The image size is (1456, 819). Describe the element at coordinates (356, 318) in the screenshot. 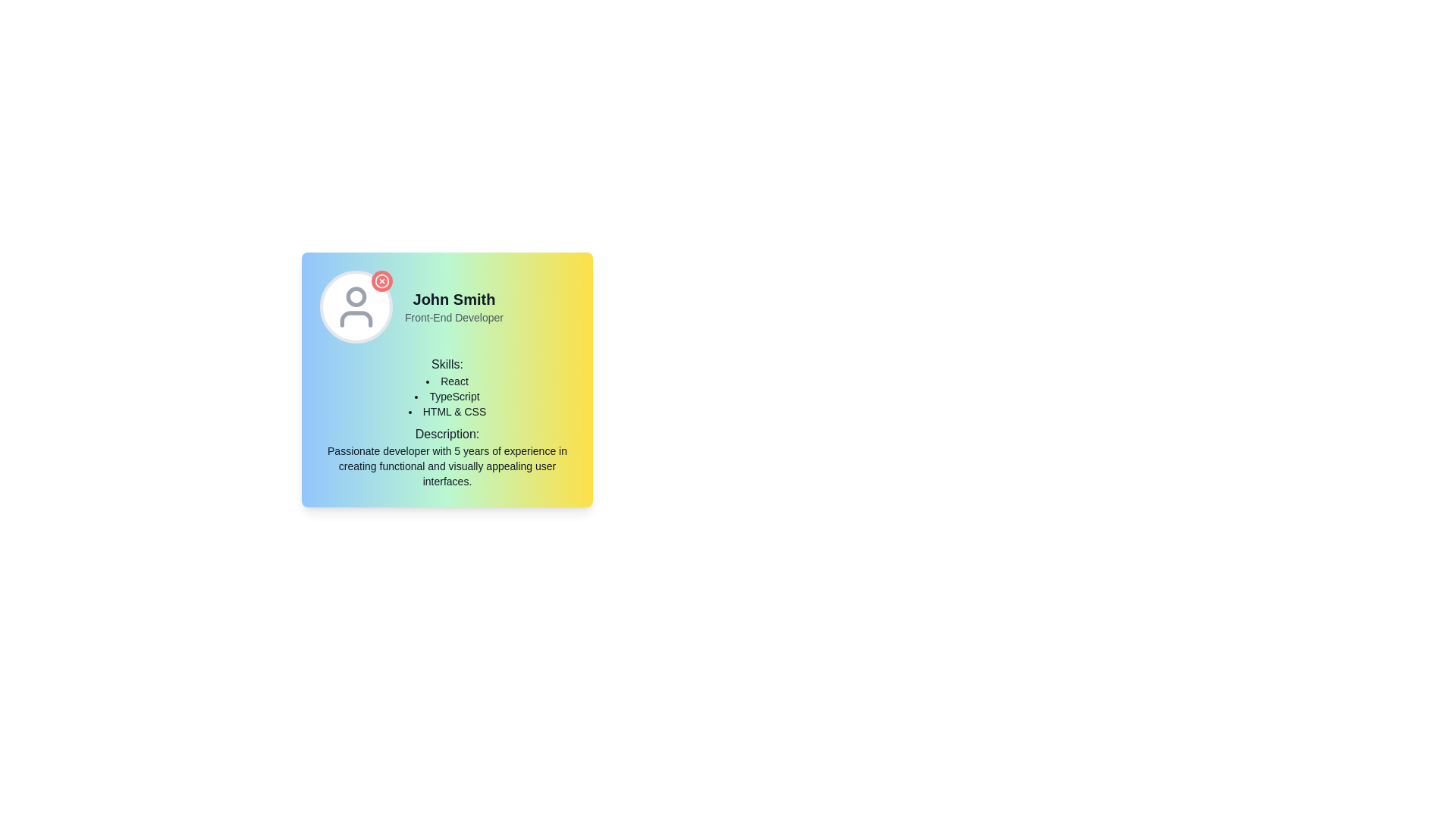

I see `the torso section of the user icon, which is represented as an outlined graphic element within the circular user icon` at that location.